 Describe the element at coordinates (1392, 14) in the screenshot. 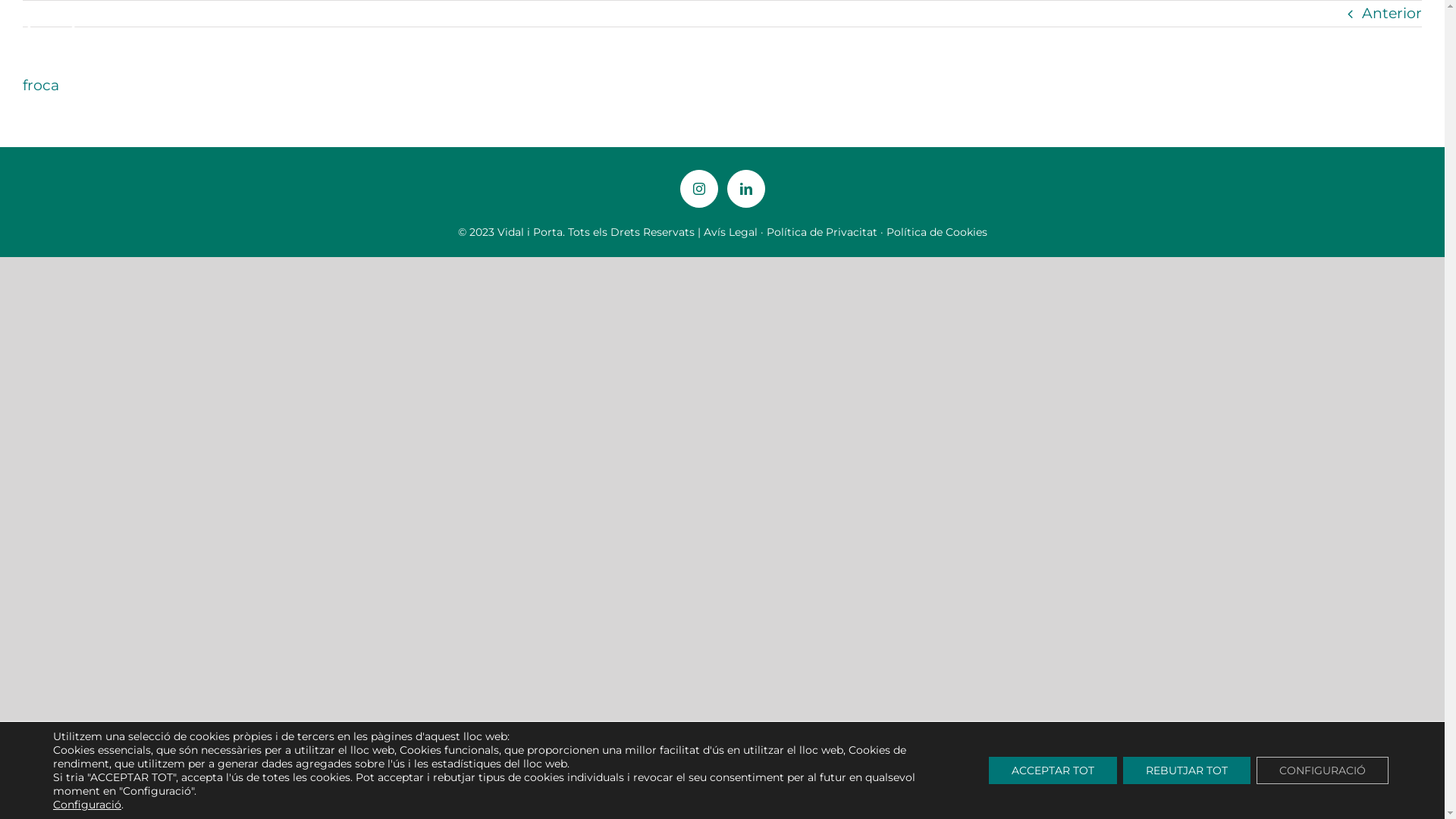

I see `'Anterior'` at that location.